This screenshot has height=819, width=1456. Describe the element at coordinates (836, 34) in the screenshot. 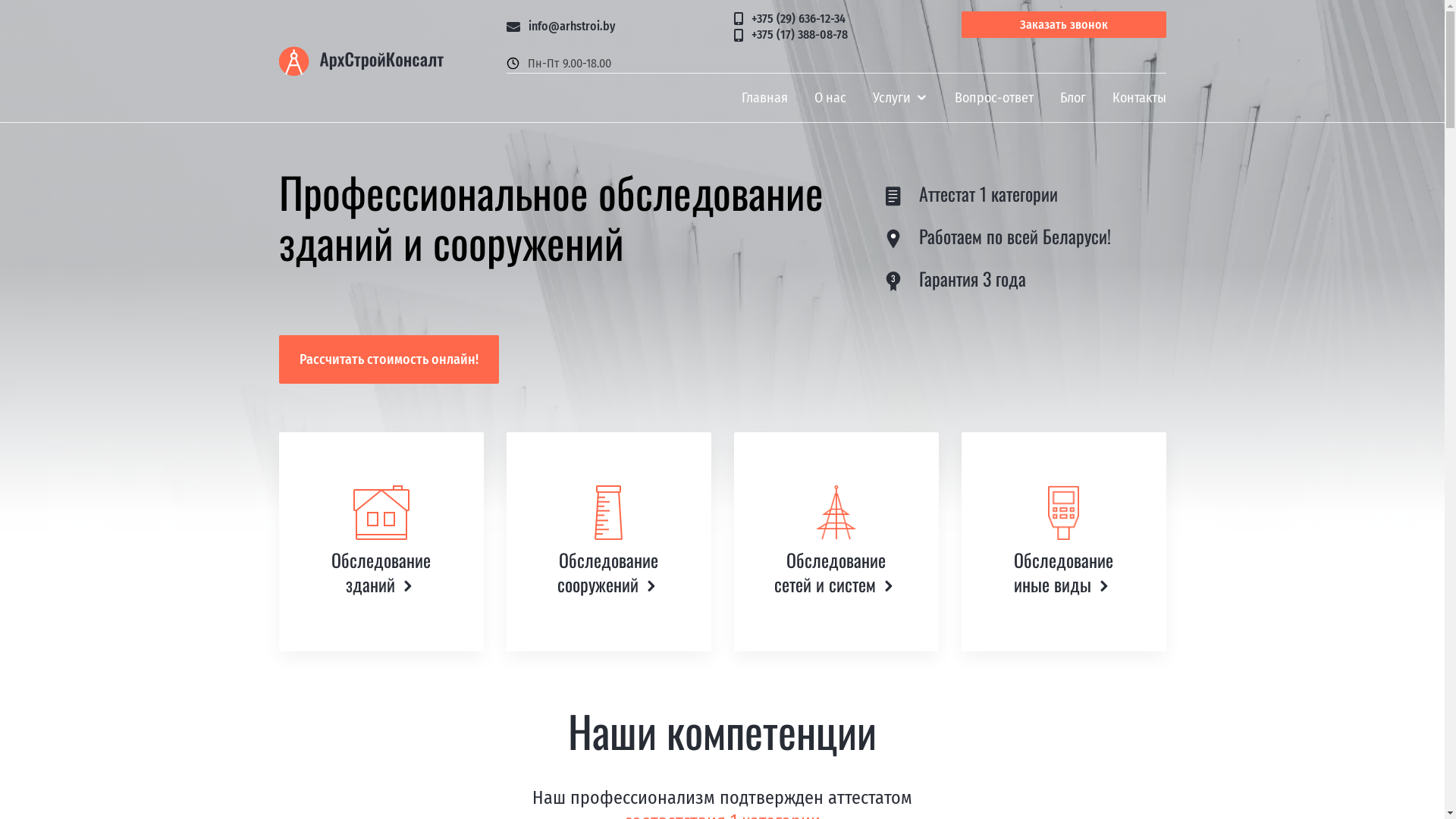

I see `'+375 (17) 388-08-78'` at that location.